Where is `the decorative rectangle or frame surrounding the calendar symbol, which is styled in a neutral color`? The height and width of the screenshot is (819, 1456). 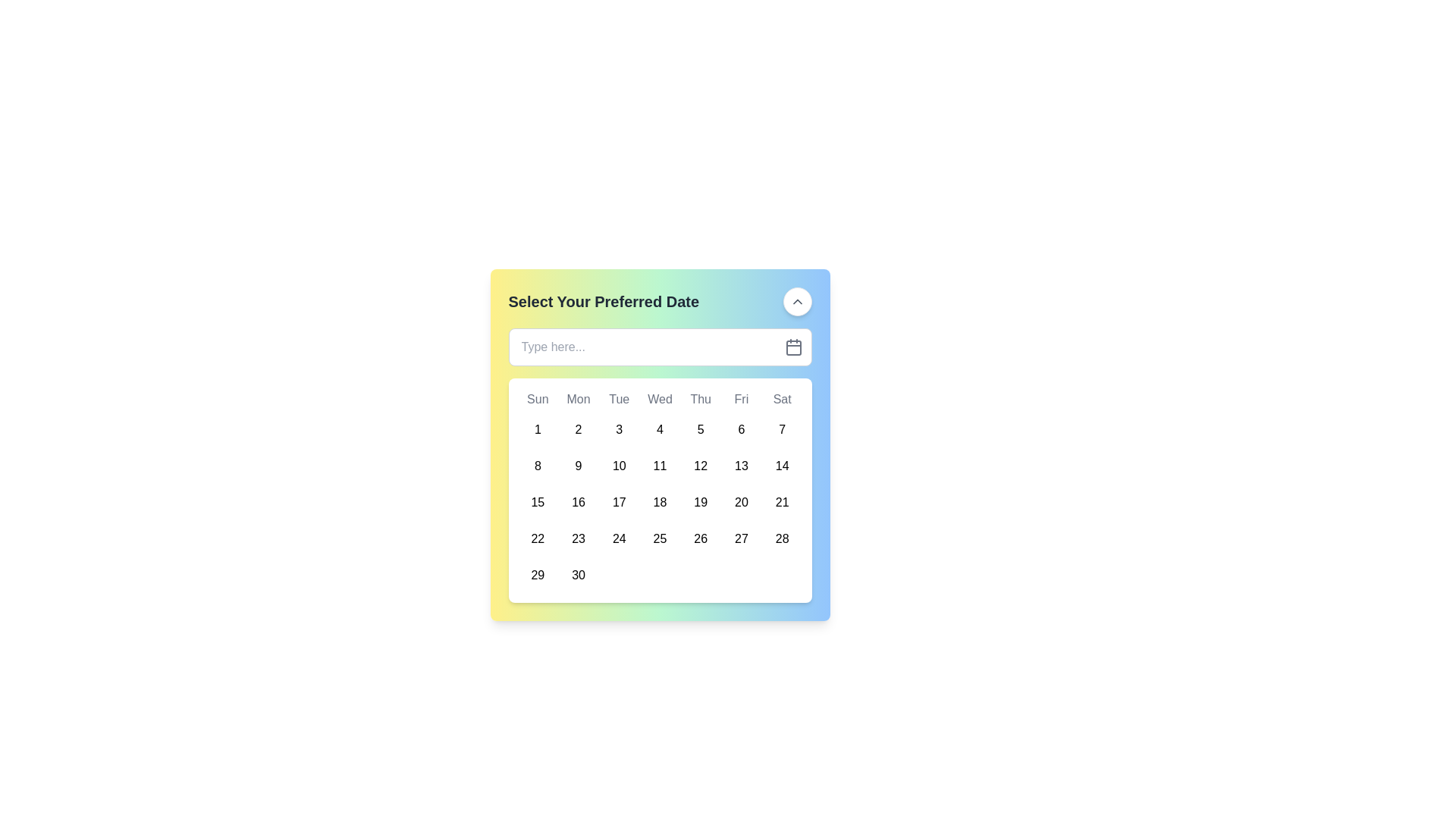
the decorative rectangle or frame surrounding the calendar symbol, which is styled in a neutral color is located at coordinates (792, 348).